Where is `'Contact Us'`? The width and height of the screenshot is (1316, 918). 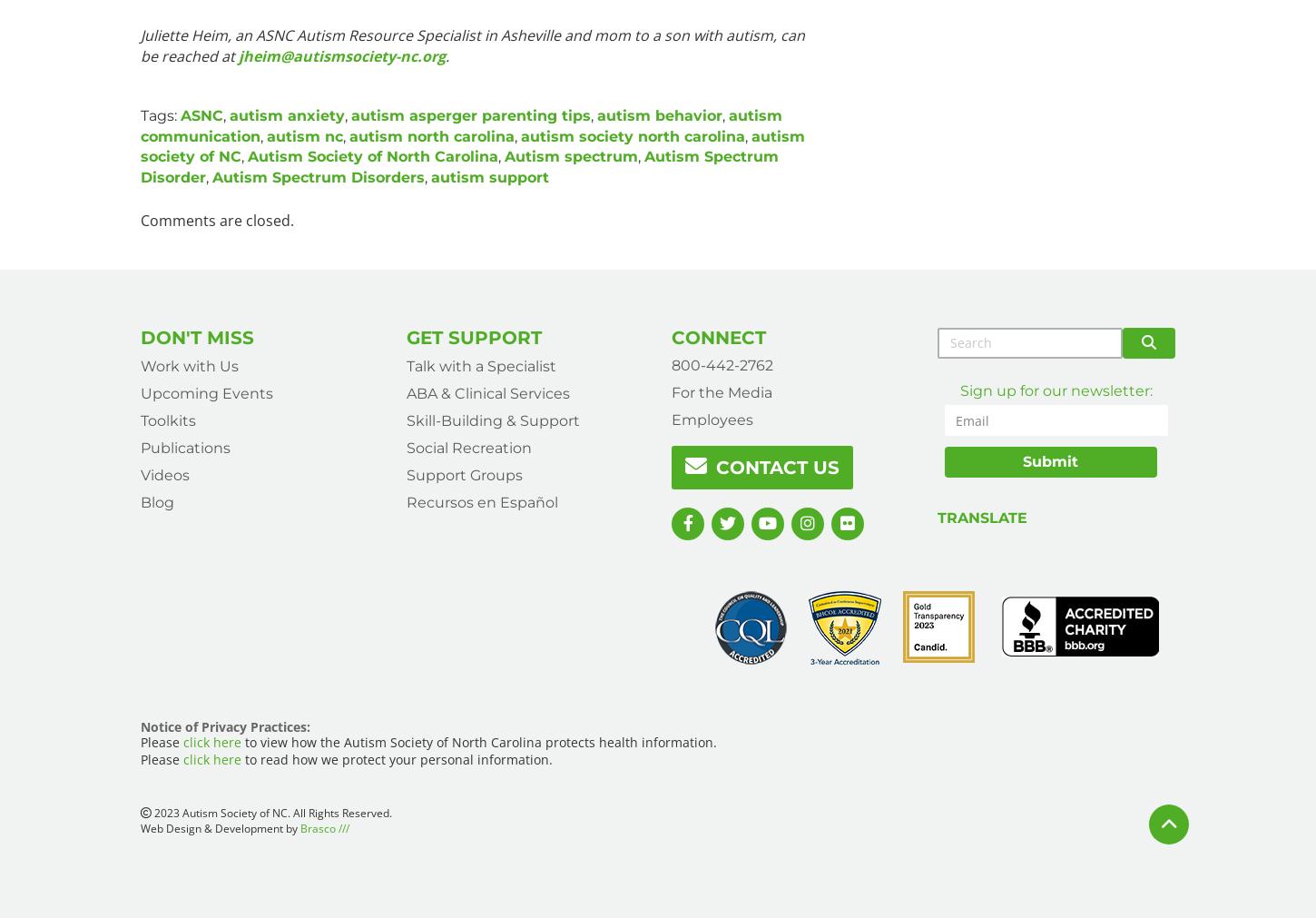 'Contact Us' is located at coordinates (711, 466).